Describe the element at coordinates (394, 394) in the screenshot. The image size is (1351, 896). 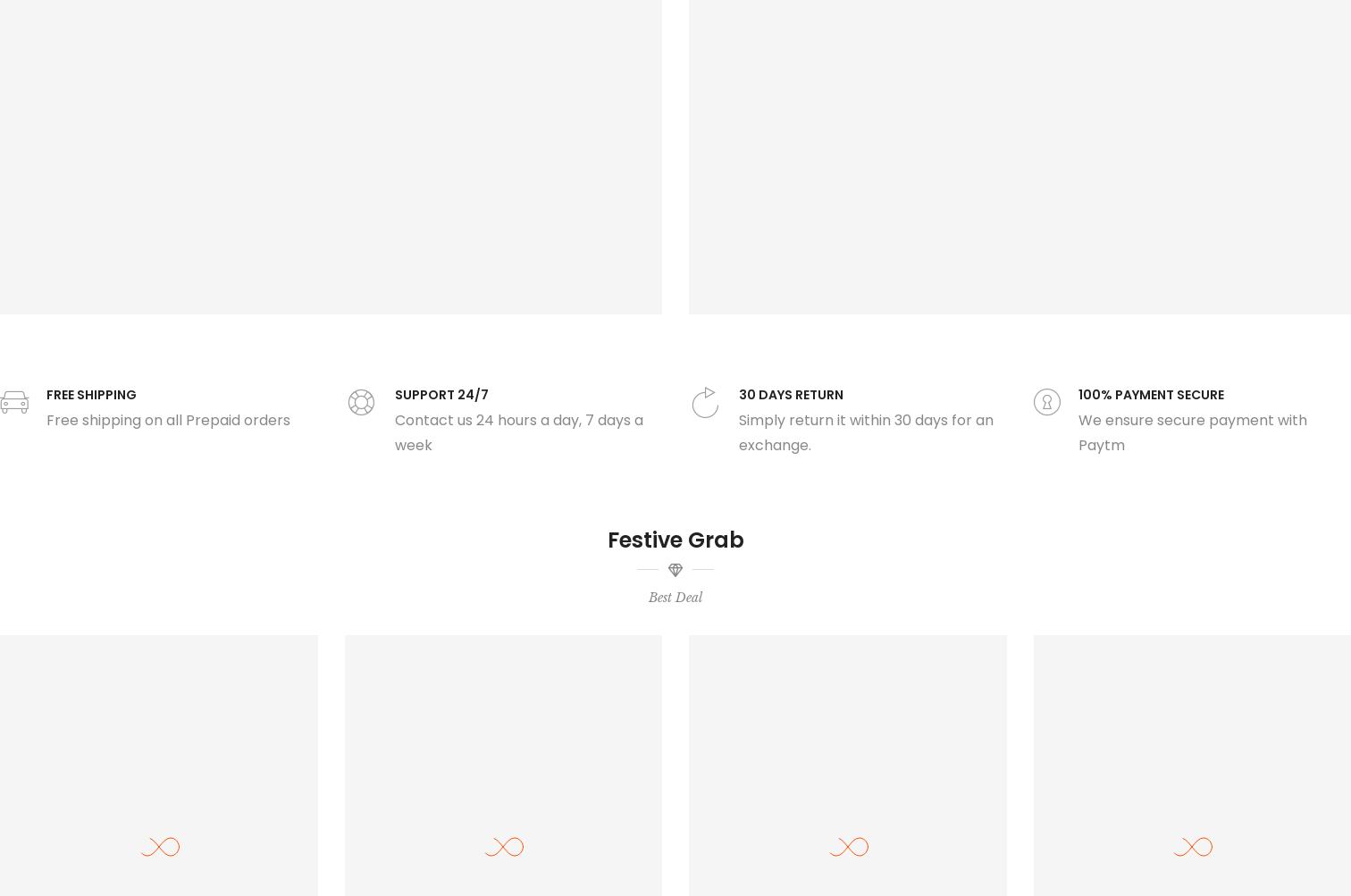
I see `'SUPPORT 24/7'` at that location.